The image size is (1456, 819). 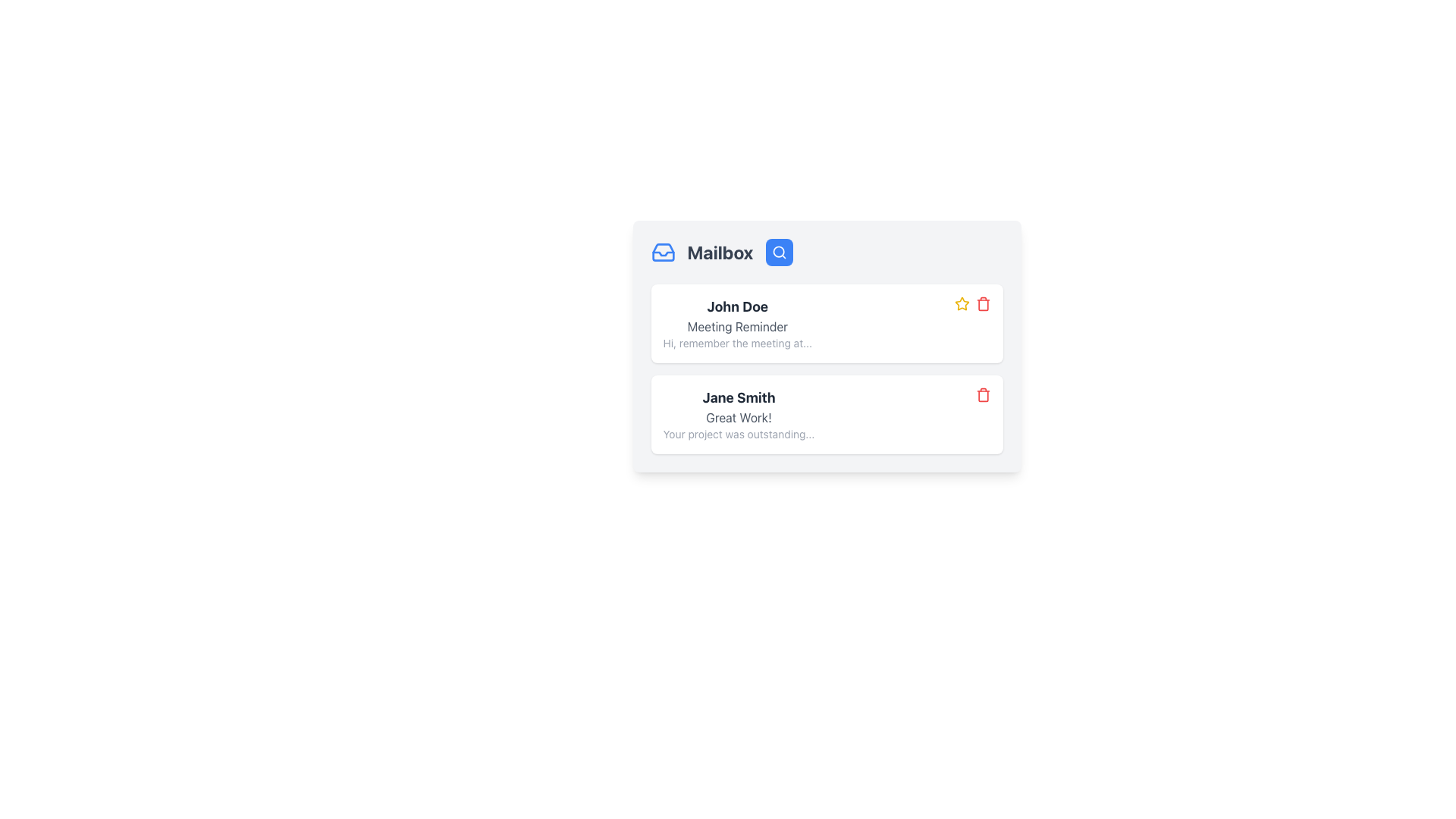 I want to click on the light gray text label positioned below 'Meeting Reminder' and under 'John Doe' in the messaging layout, so click(x=737, y=343).